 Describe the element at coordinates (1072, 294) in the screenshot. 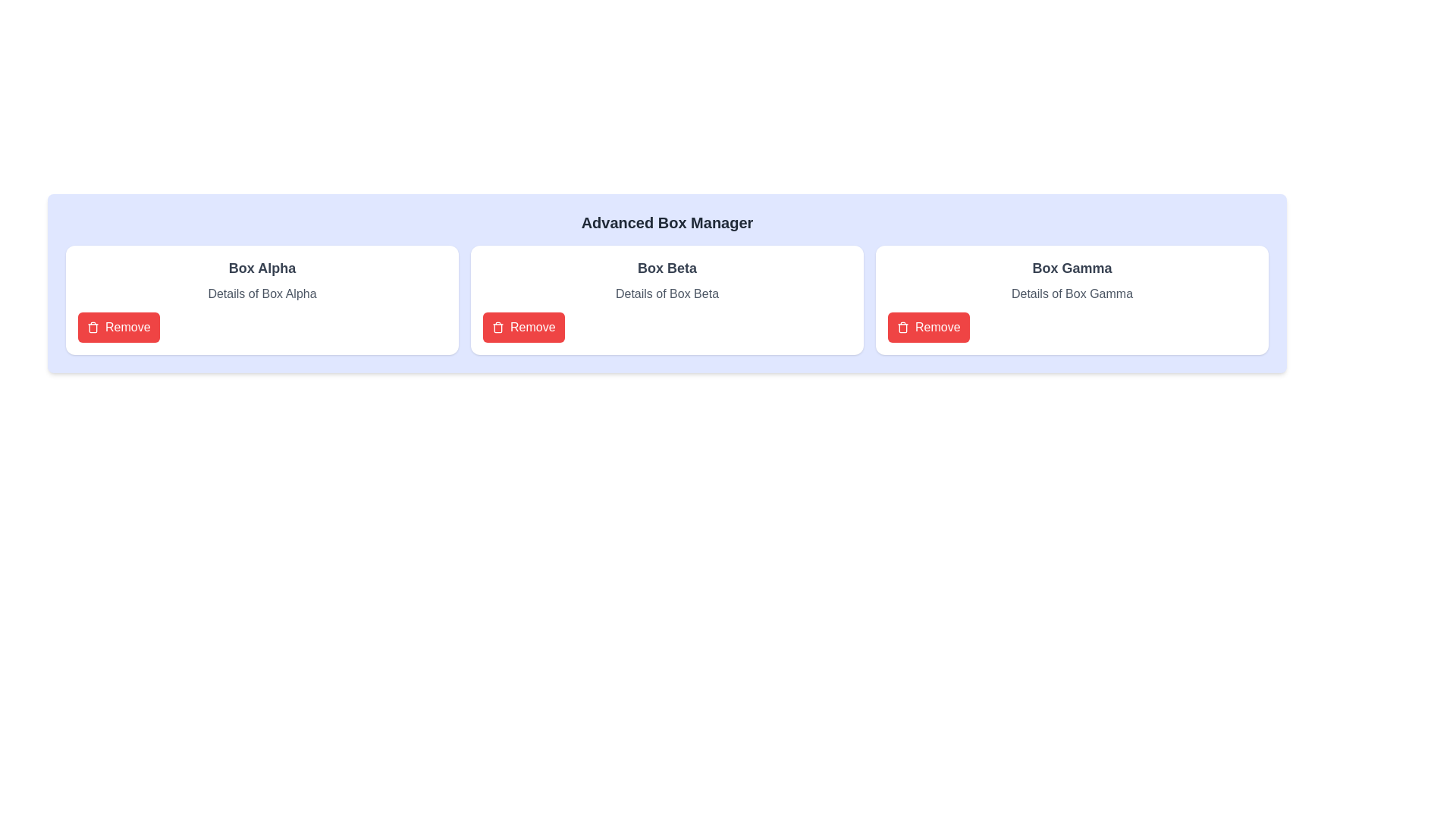

I see `the static text element located beneath the 'Box Gamma' title in the 'Box Gamma' card, which provides additional details for the card` at that location.